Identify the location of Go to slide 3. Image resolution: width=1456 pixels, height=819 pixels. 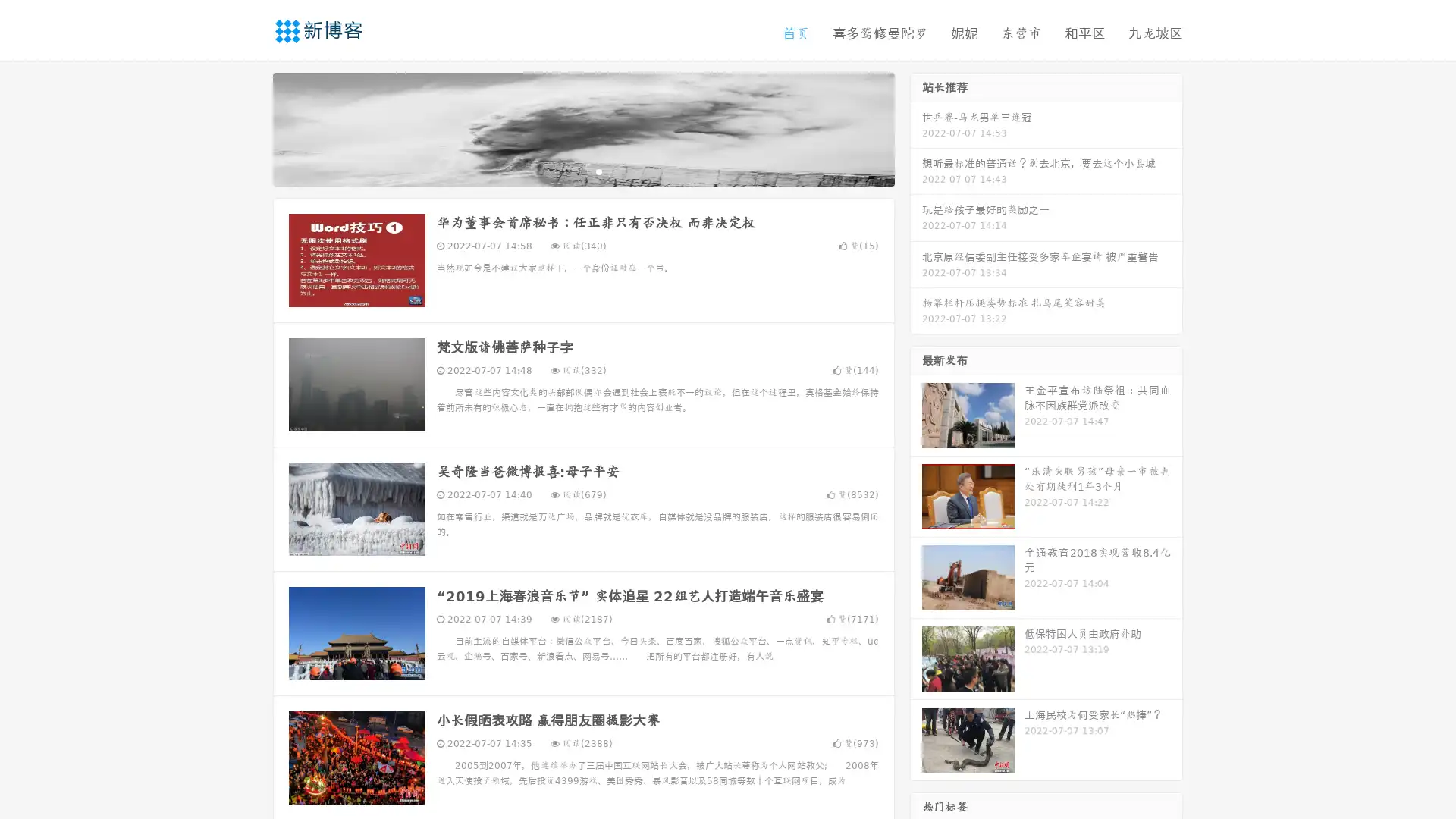
(598, 171).